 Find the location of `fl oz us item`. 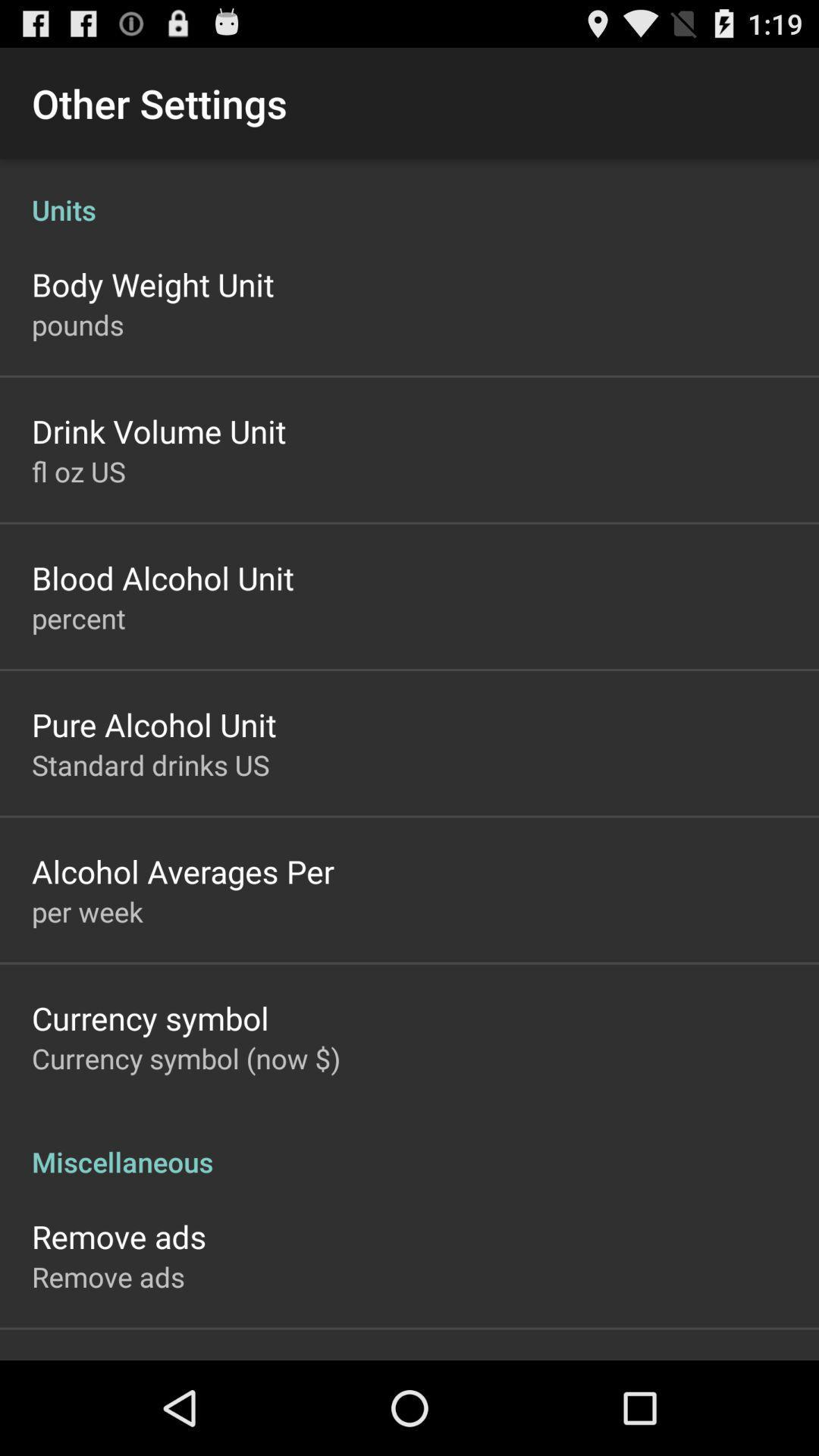

fl oz us item is located at coordinates (78, 470).